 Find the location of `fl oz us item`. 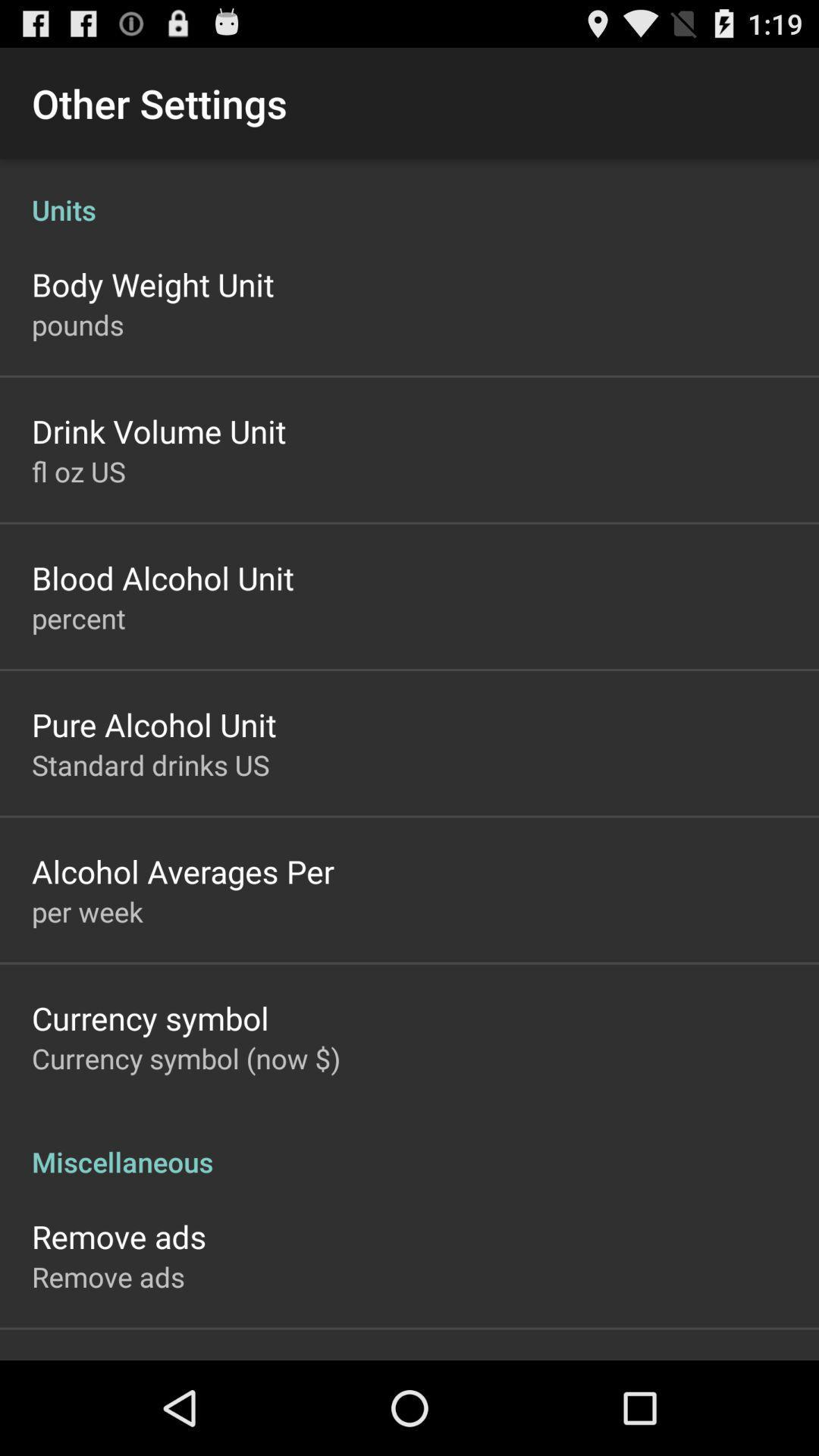

fl oz us item is located at coordinates (78, 470).